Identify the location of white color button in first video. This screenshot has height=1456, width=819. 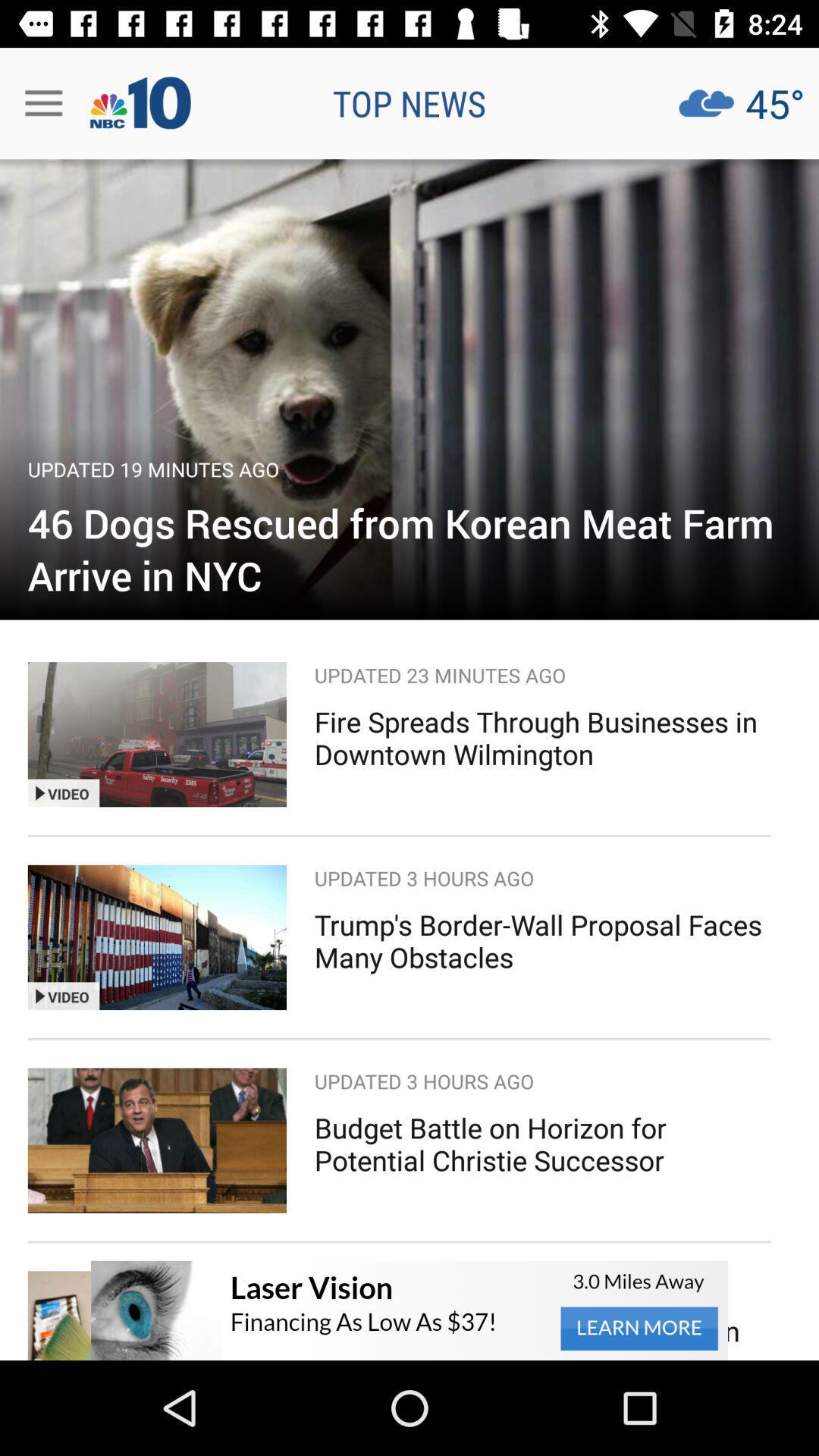
(76, 792).